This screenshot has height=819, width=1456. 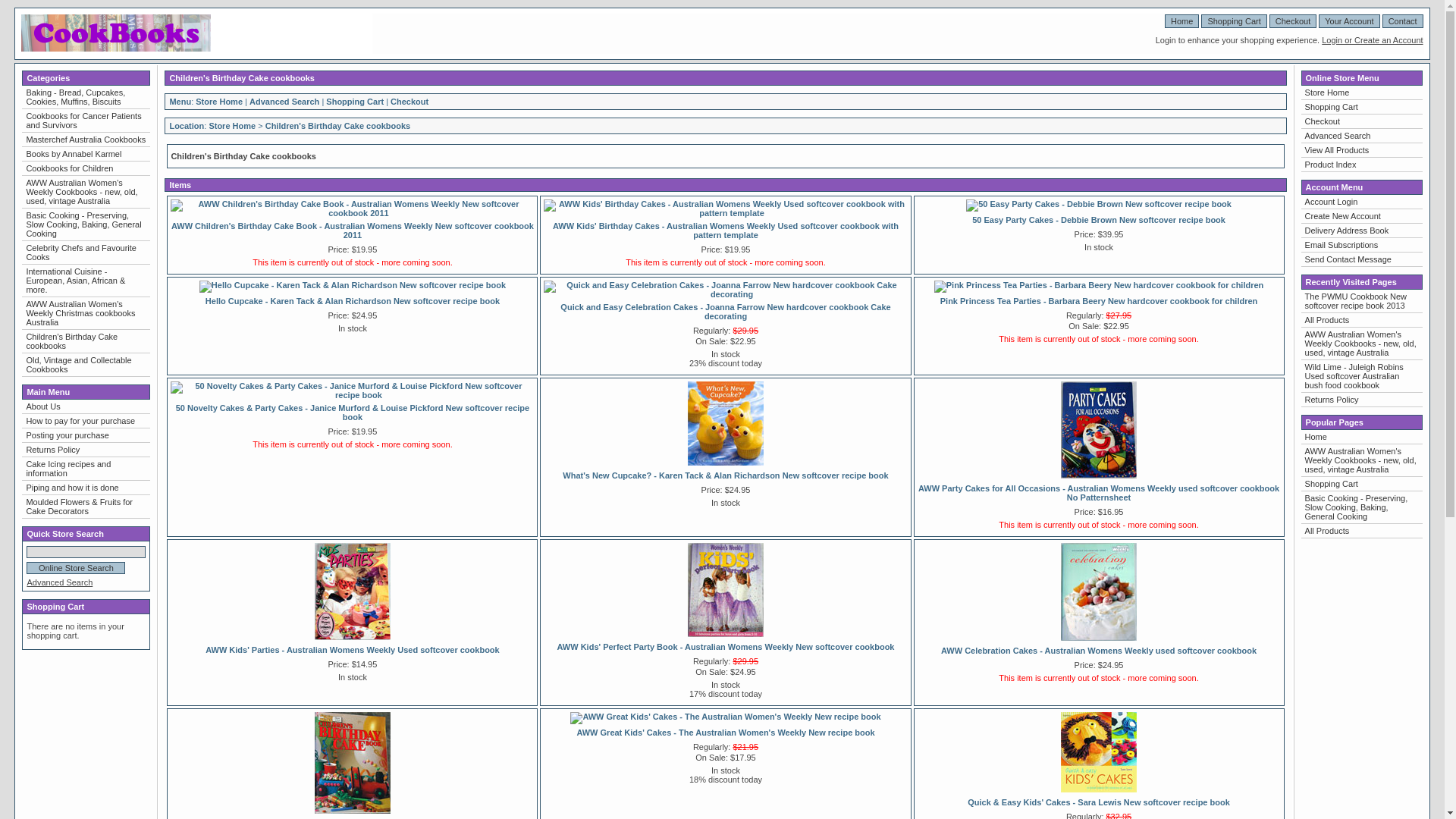 I want to click on 'Home', so click(x=1181, y=20).